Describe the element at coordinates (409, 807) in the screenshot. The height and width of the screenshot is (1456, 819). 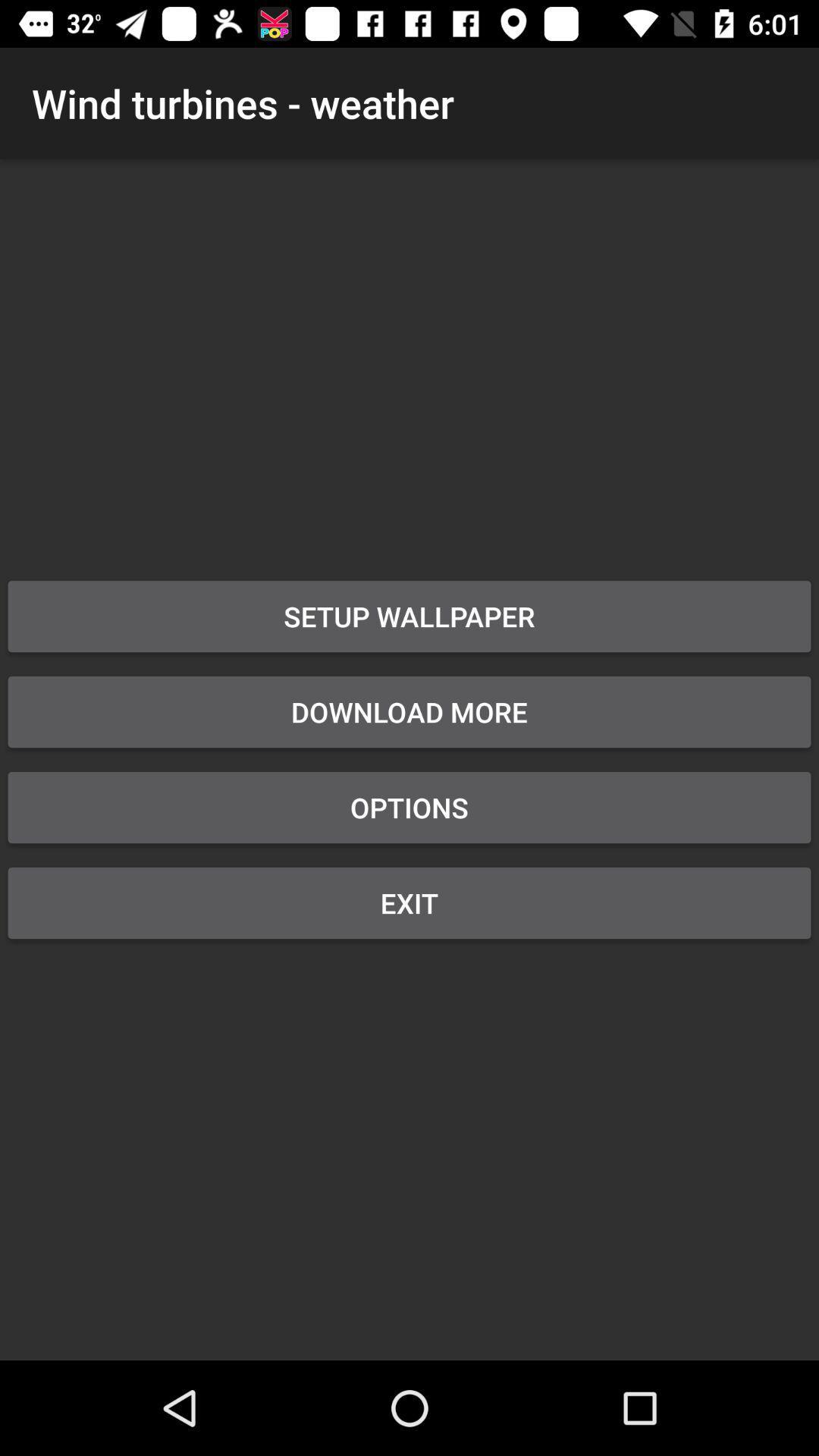
I see `item below the download more icon` at that location.